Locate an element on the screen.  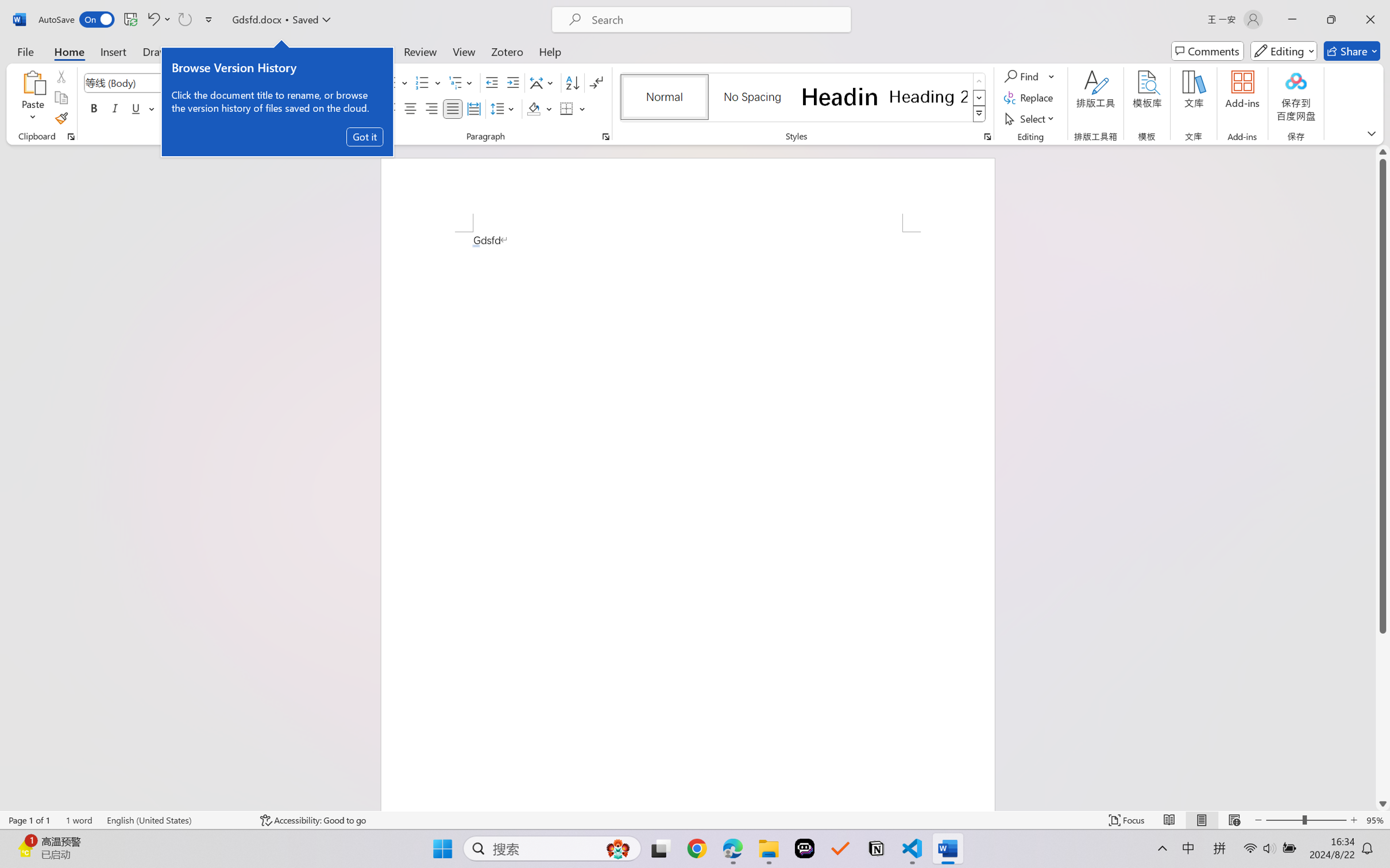
'Office Clipboard...' is located at coordinates (70, 136).